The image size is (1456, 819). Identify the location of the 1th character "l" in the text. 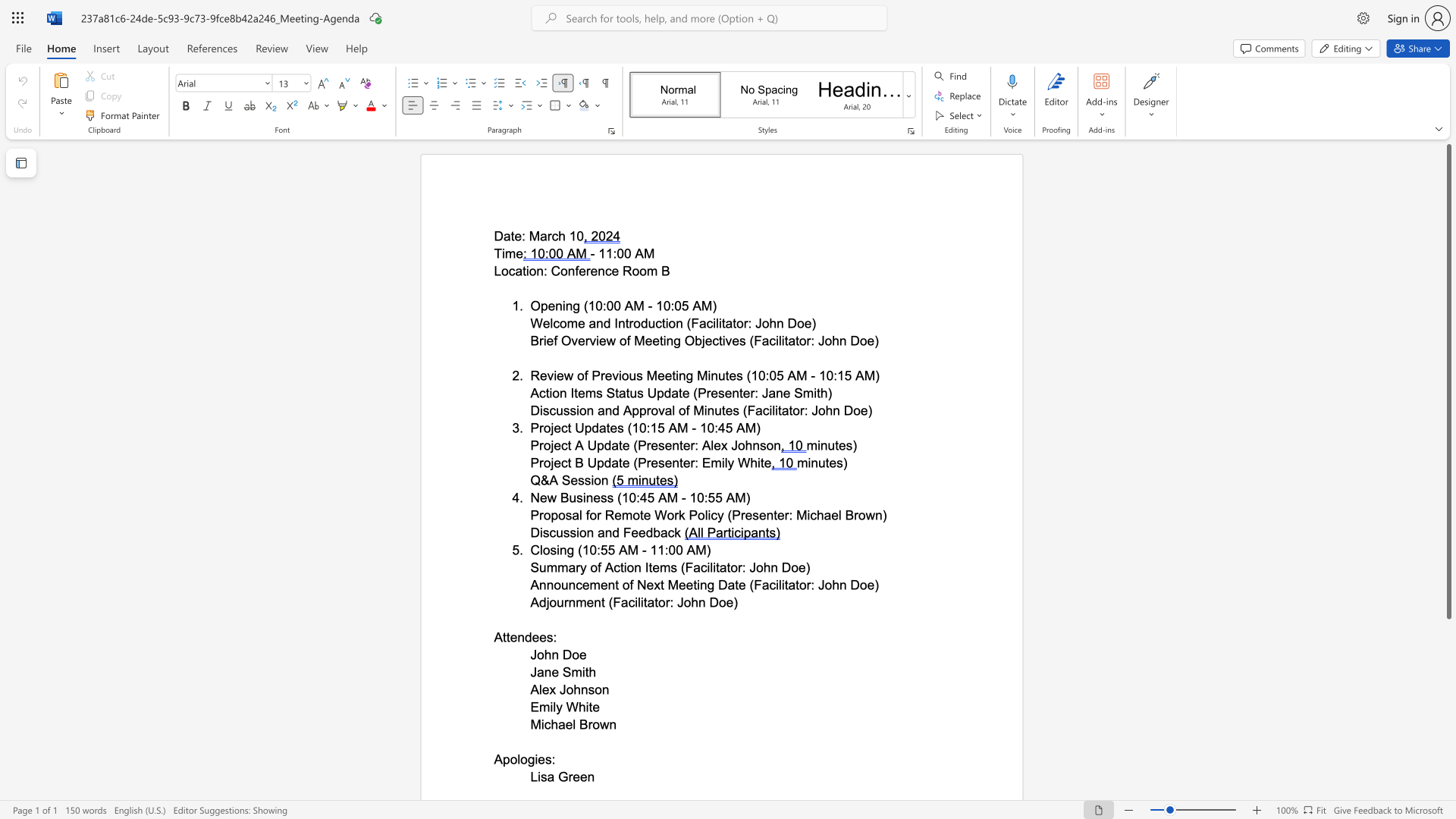
(573, 723).